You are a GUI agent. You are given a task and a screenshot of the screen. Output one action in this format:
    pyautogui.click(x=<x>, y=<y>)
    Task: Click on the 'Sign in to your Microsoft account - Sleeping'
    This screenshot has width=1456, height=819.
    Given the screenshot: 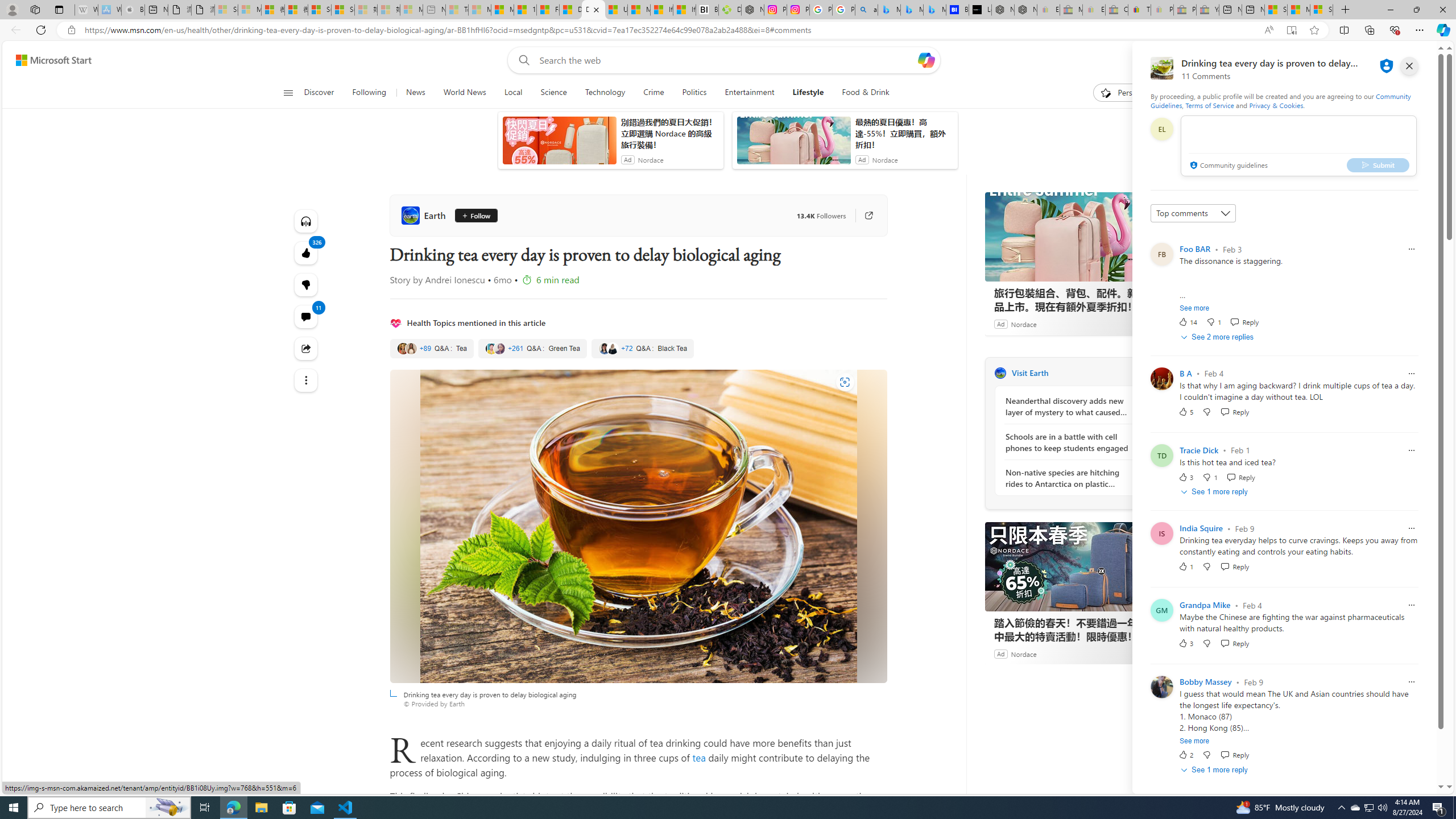 What is the action you would take?
    pyautogui.click(x=226, y=9)
    